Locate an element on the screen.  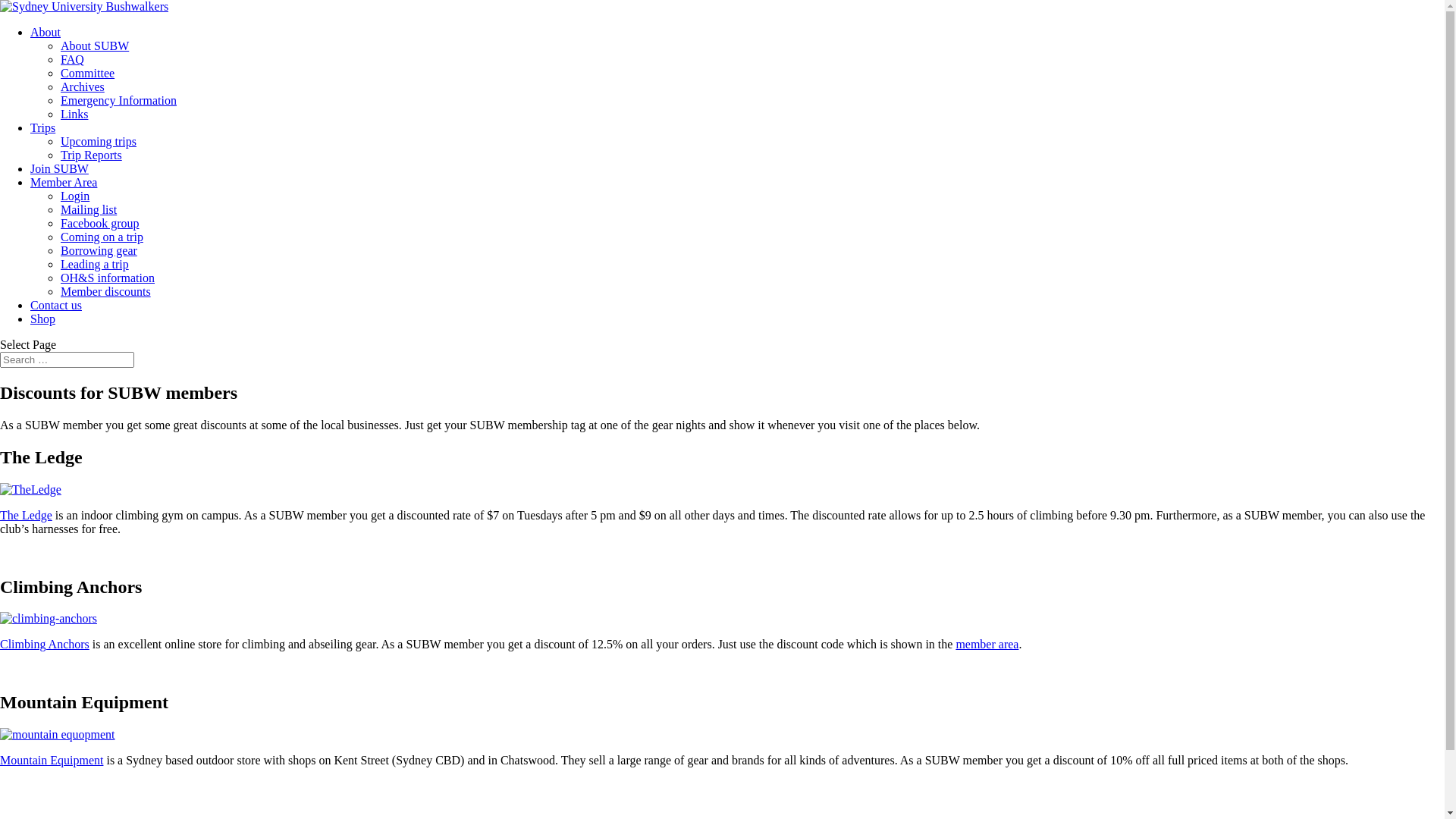
'Shop' is located at coordinates (42, 318).